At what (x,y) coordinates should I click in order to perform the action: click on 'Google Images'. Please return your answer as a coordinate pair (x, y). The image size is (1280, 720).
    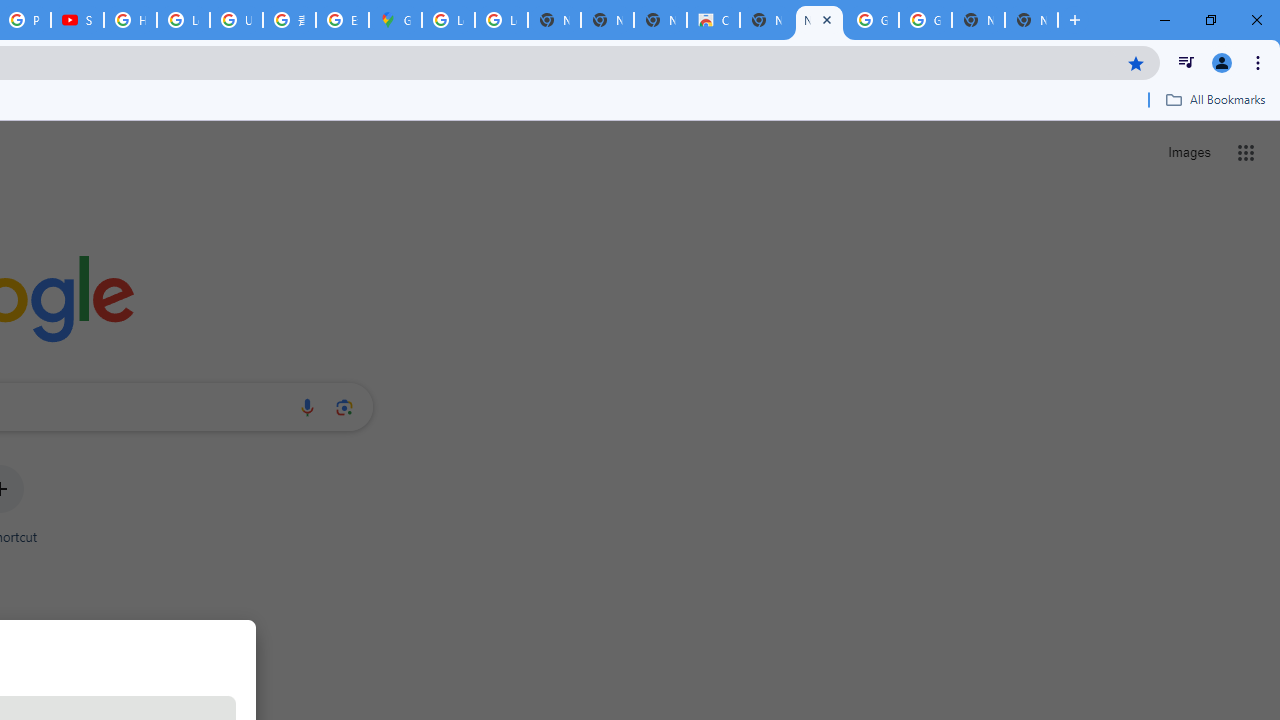
    Looking at the image, I should click on (872, 20).